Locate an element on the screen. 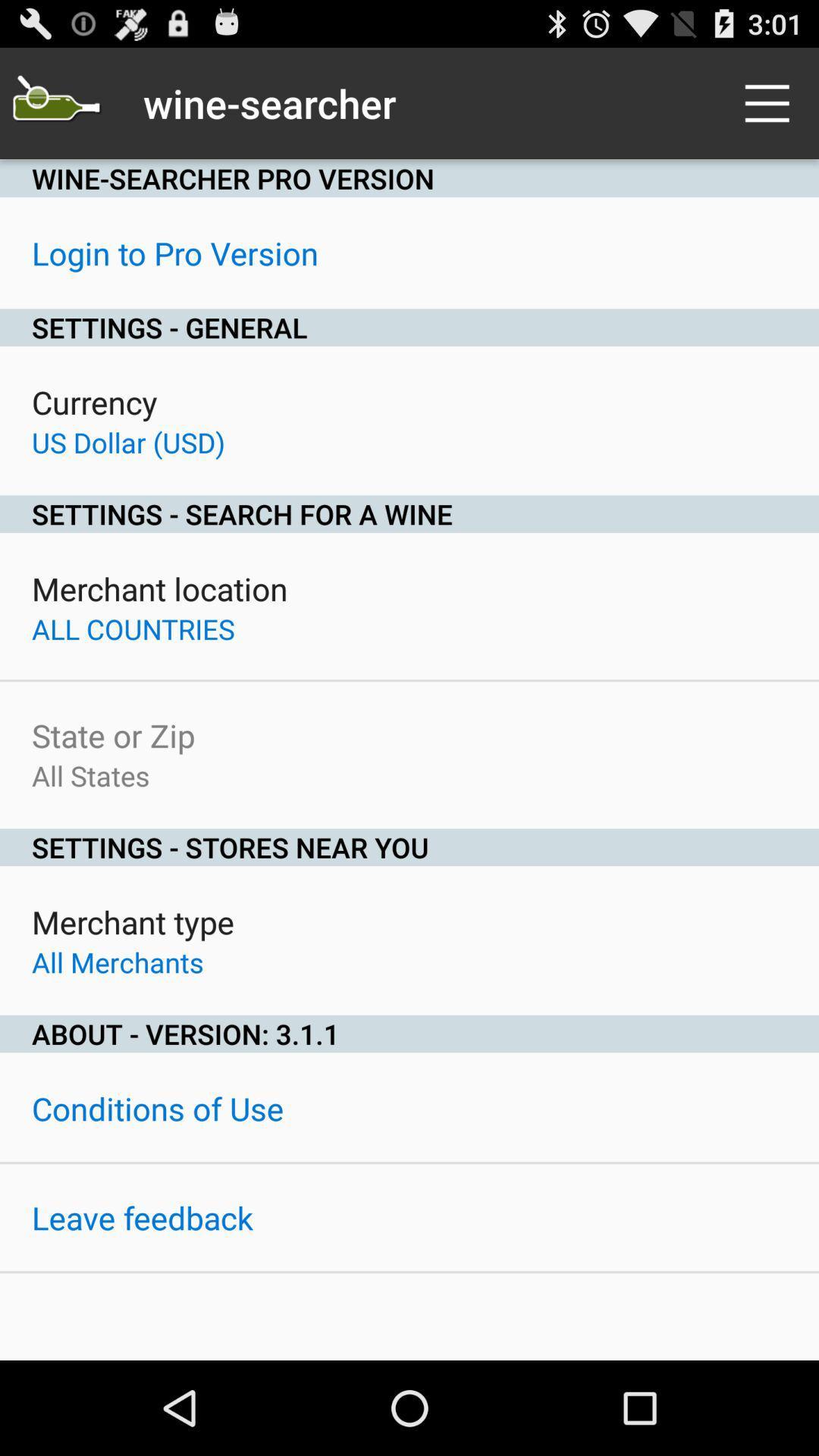 Image resolution: width=819 pixels, height=1456 pixels. the icon above settings stores near item is located at coordinates (90, 775).